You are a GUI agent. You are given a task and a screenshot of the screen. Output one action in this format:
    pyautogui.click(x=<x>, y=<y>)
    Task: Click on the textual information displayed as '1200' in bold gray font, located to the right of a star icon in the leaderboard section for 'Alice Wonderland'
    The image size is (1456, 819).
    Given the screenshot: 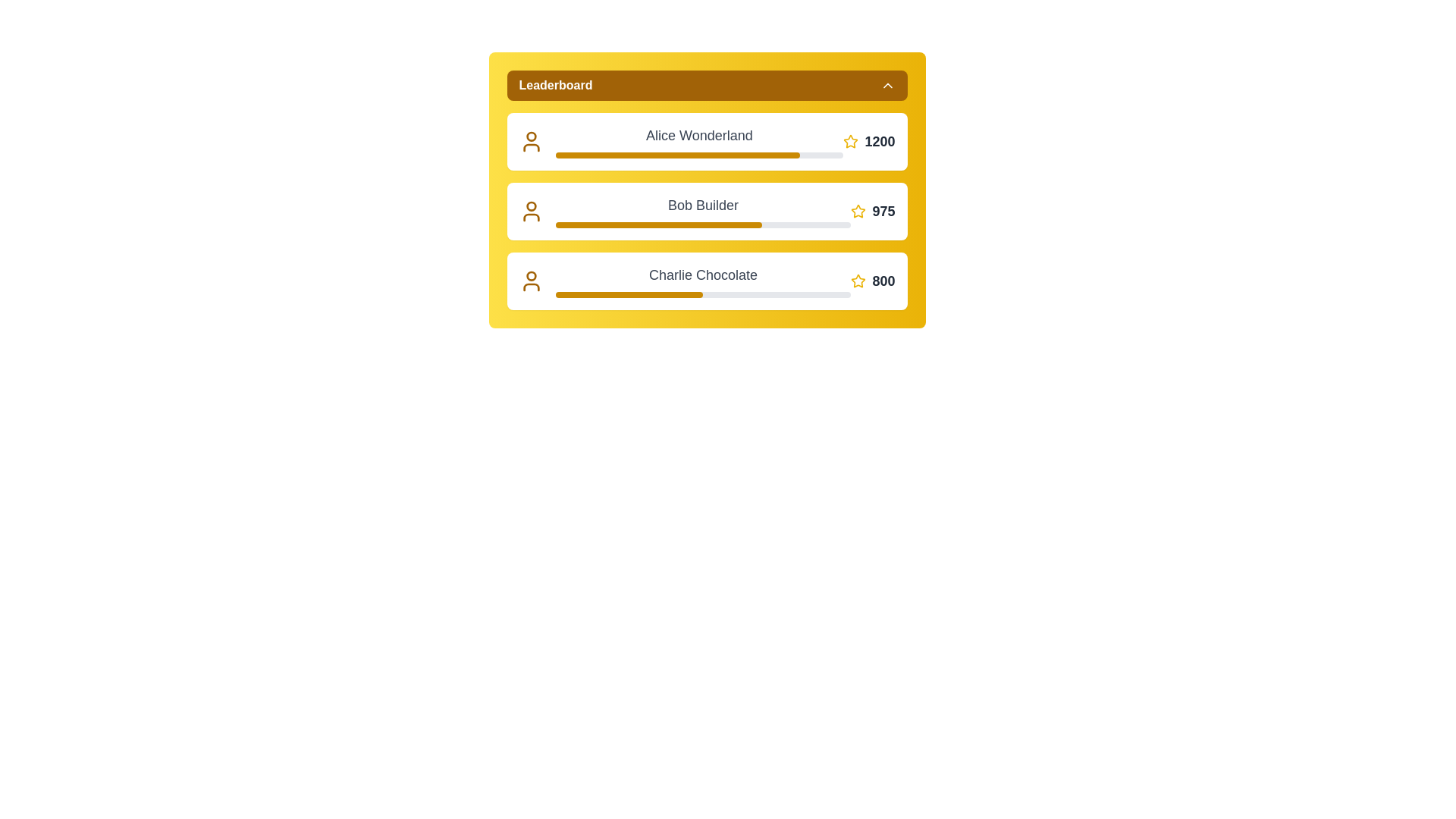 What is the action you would take?
    pyautogui.click(x=869, y=141)
    